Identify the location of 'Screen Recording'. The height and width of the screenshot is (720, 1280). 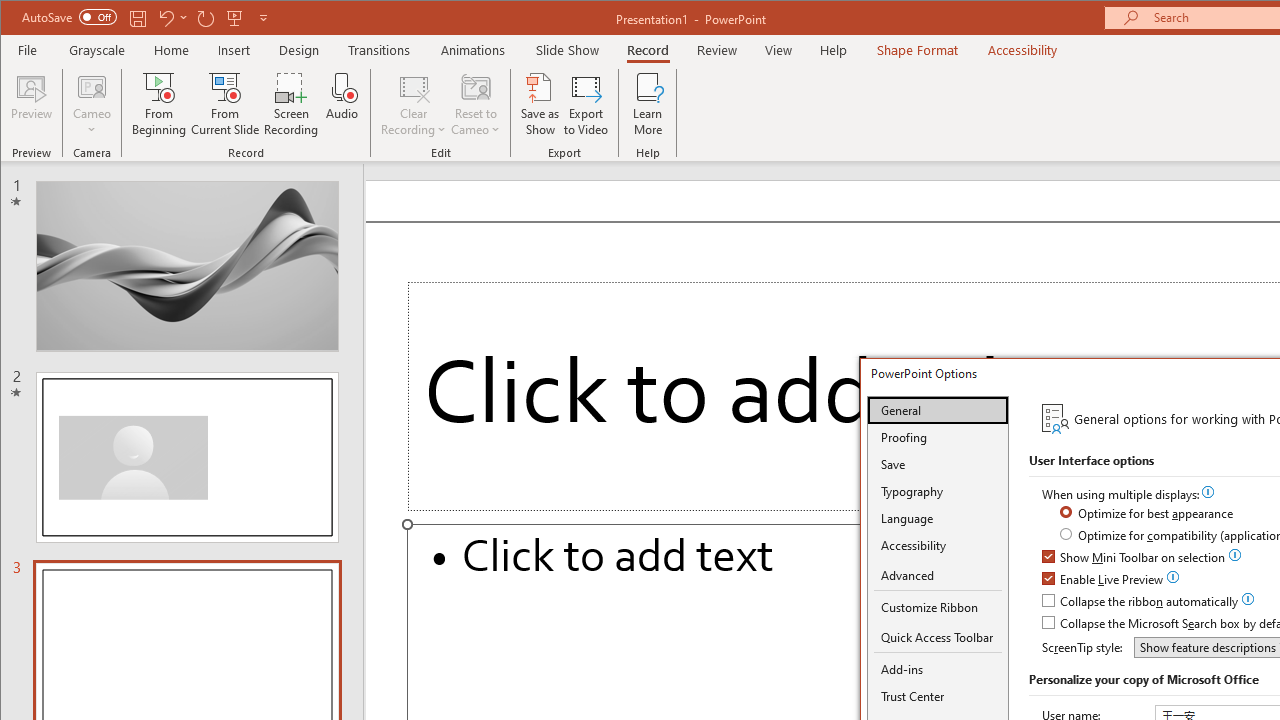
(290, 104).